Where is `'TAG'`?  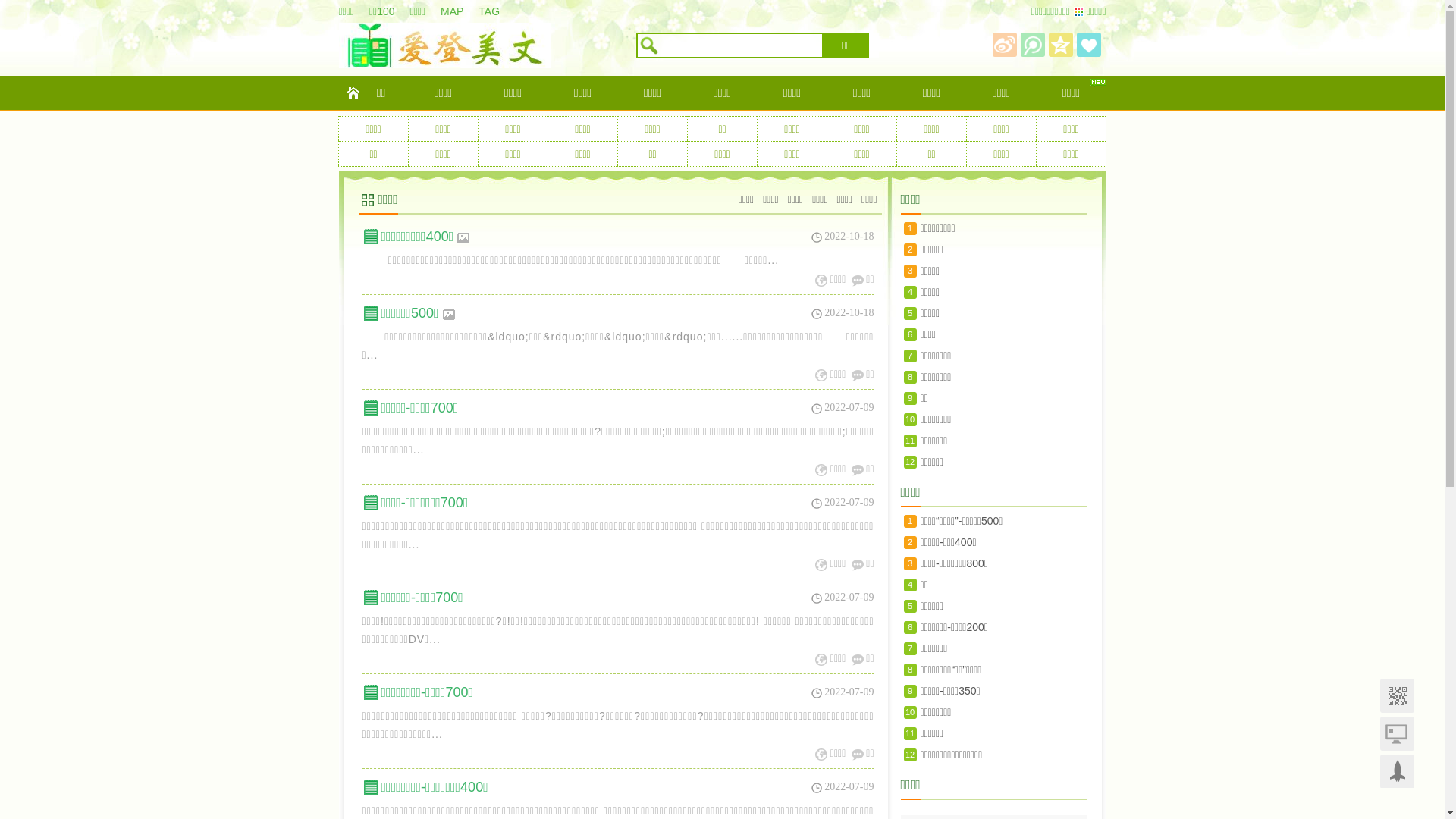
'TAG' is located at coordinates (477, 11).